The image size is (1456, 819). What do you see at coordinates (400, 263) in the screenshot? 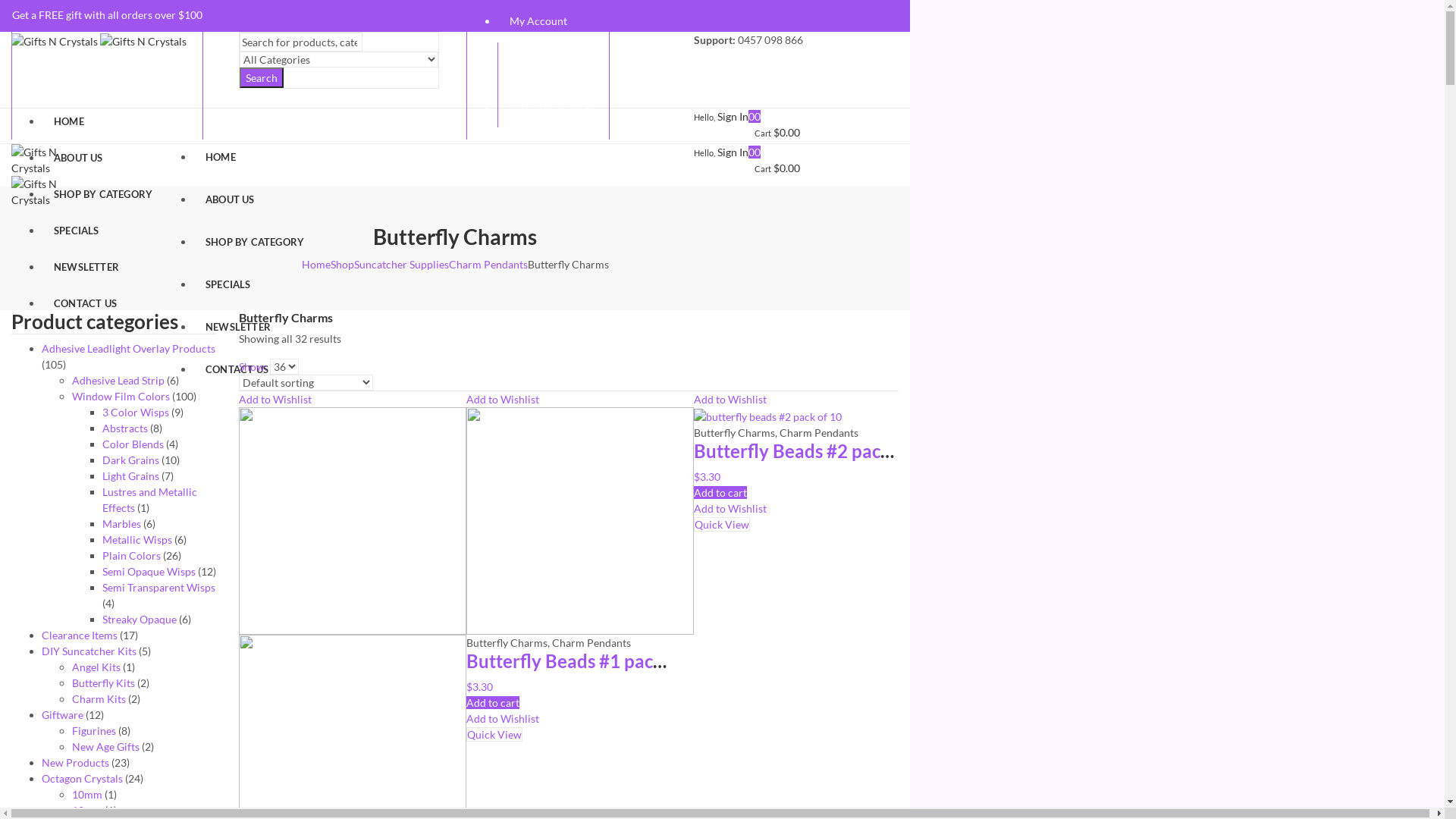
I see `'Suncatcher Supplies'` at bounding box center [400, 263].